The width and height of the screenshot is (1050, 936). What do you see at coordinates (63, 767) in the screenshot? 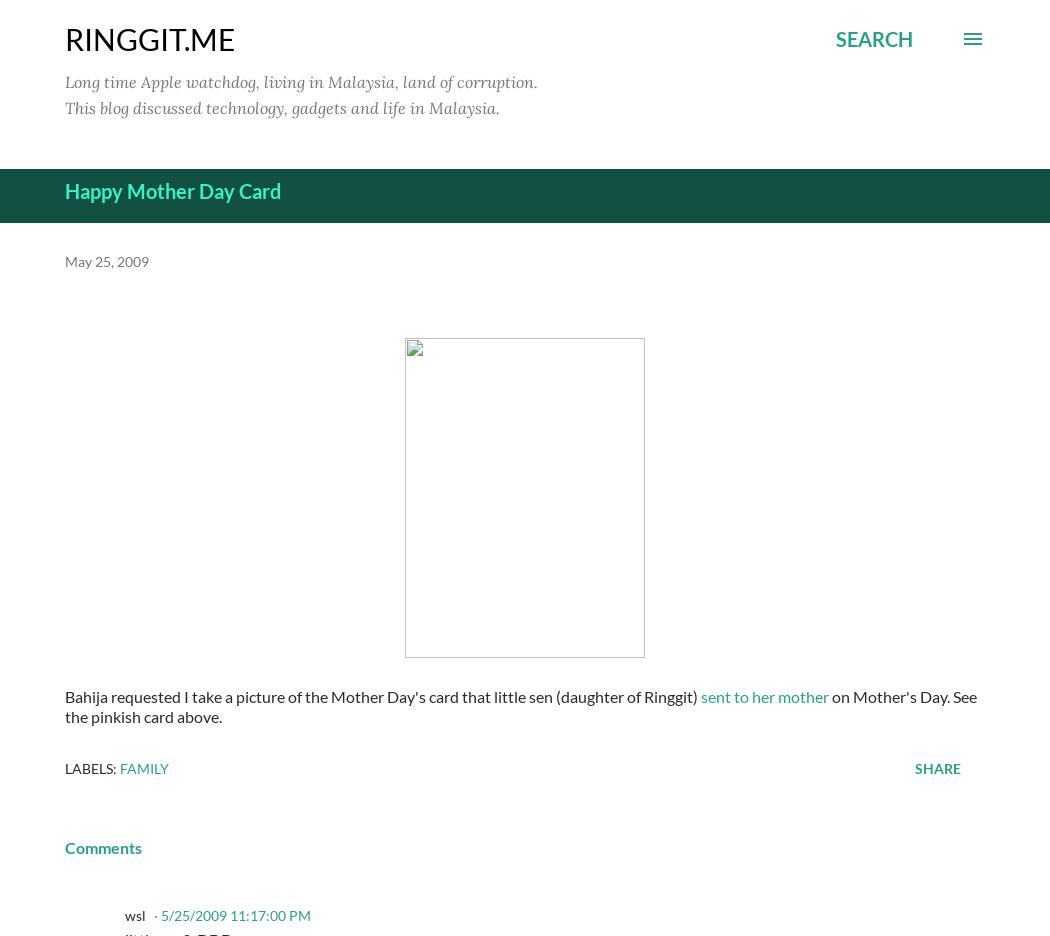
I see `'Labels:'` at bounding box center [63, 767].